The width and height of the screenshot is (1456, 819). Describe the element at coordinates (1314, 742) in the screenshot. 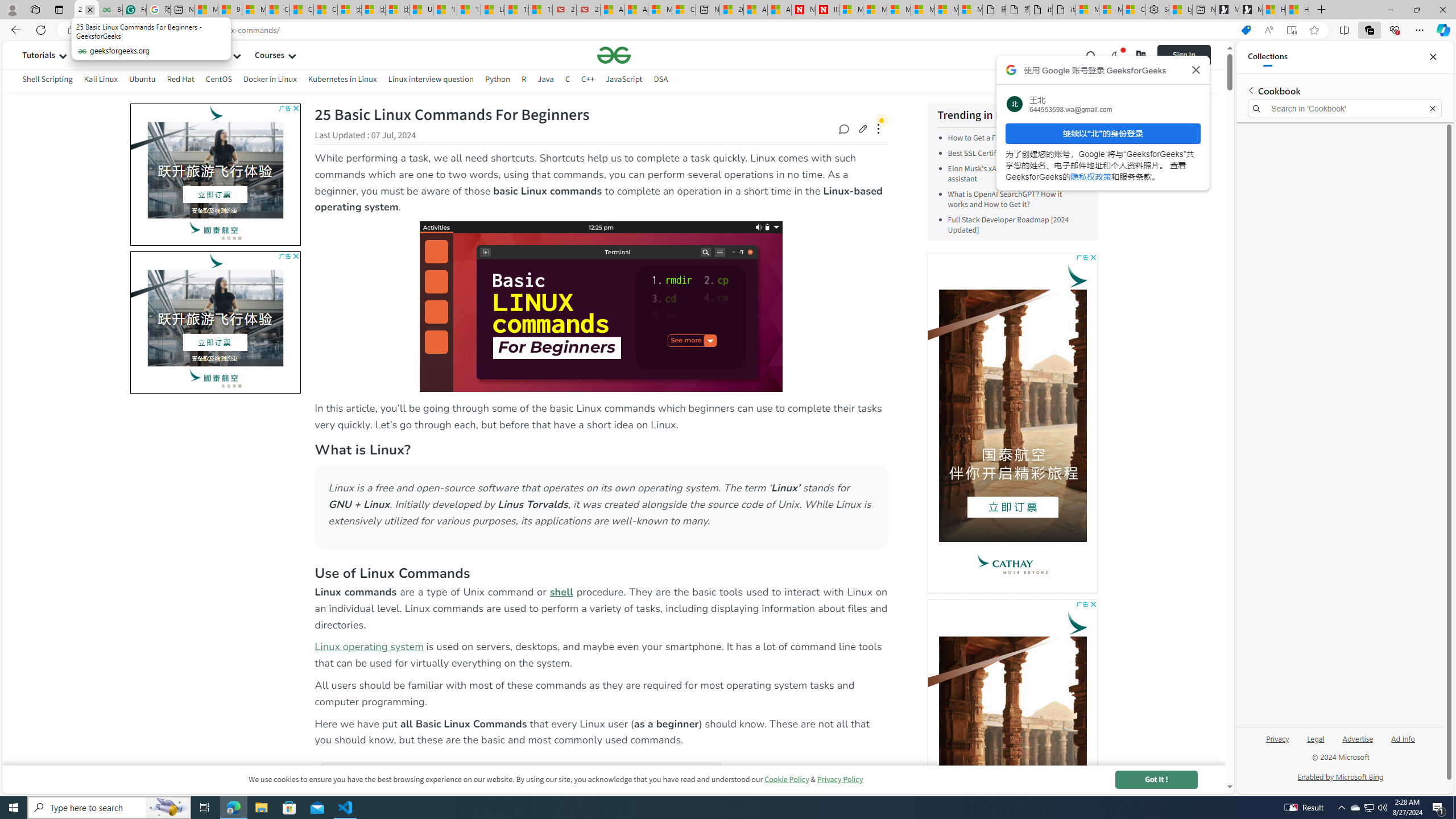

I see `'Legal'` at that location.